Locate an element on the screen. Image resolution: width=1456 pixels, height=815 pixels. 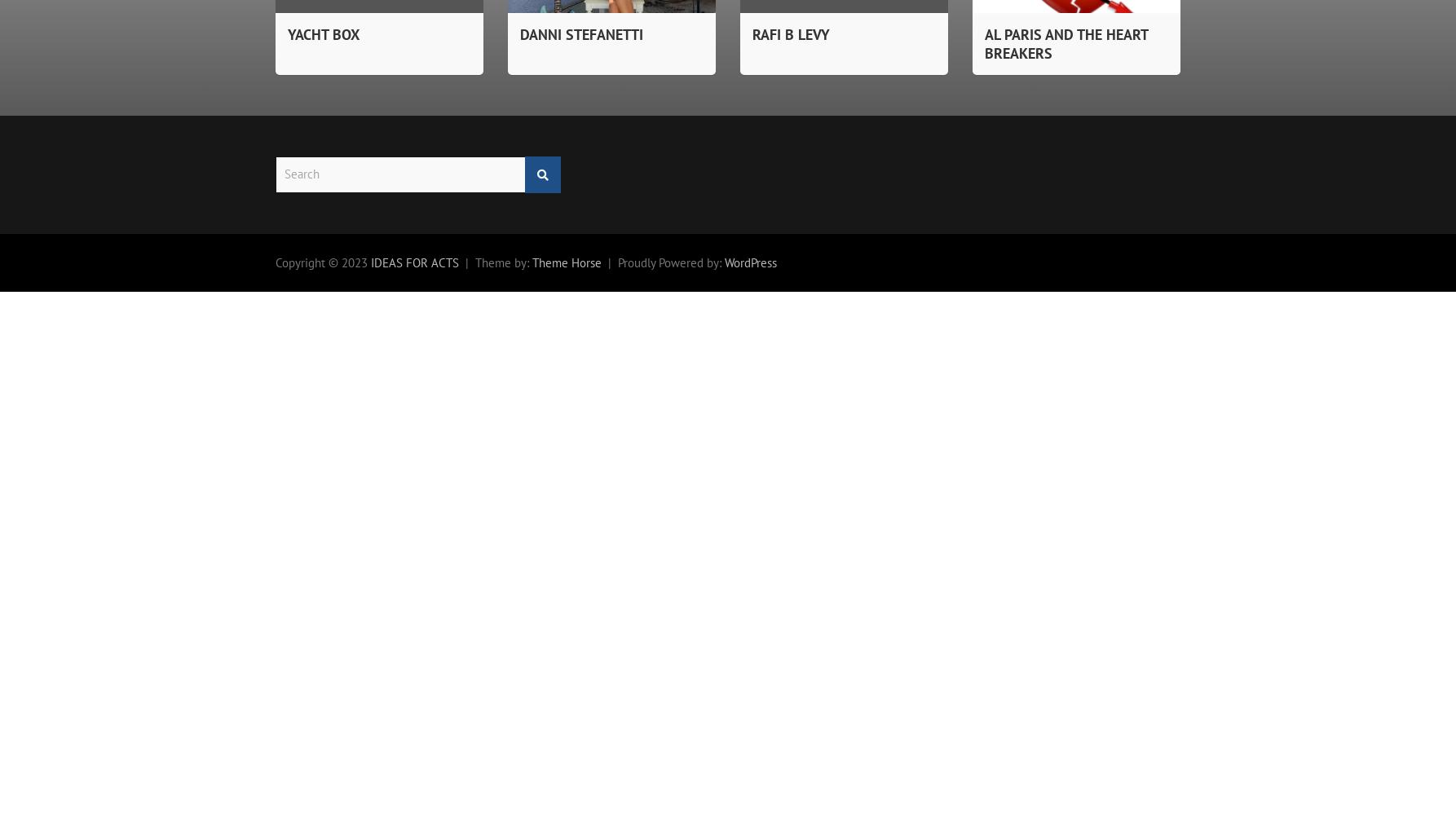
'DANNI STEFANETTI' is located at coordinates (581, 33).